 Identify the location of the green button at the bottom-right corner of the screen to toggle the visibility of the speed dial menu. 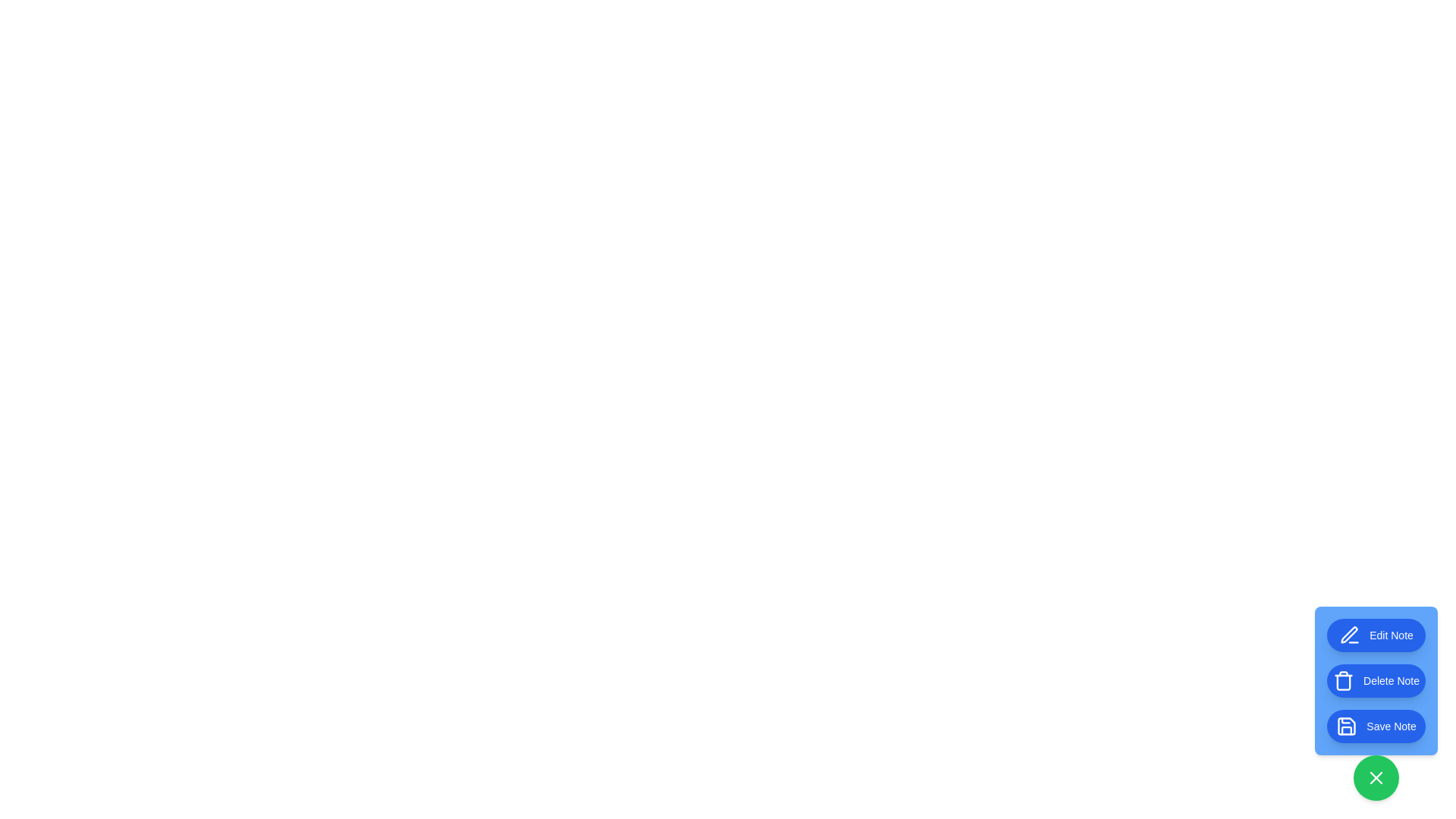
(1376, 778).